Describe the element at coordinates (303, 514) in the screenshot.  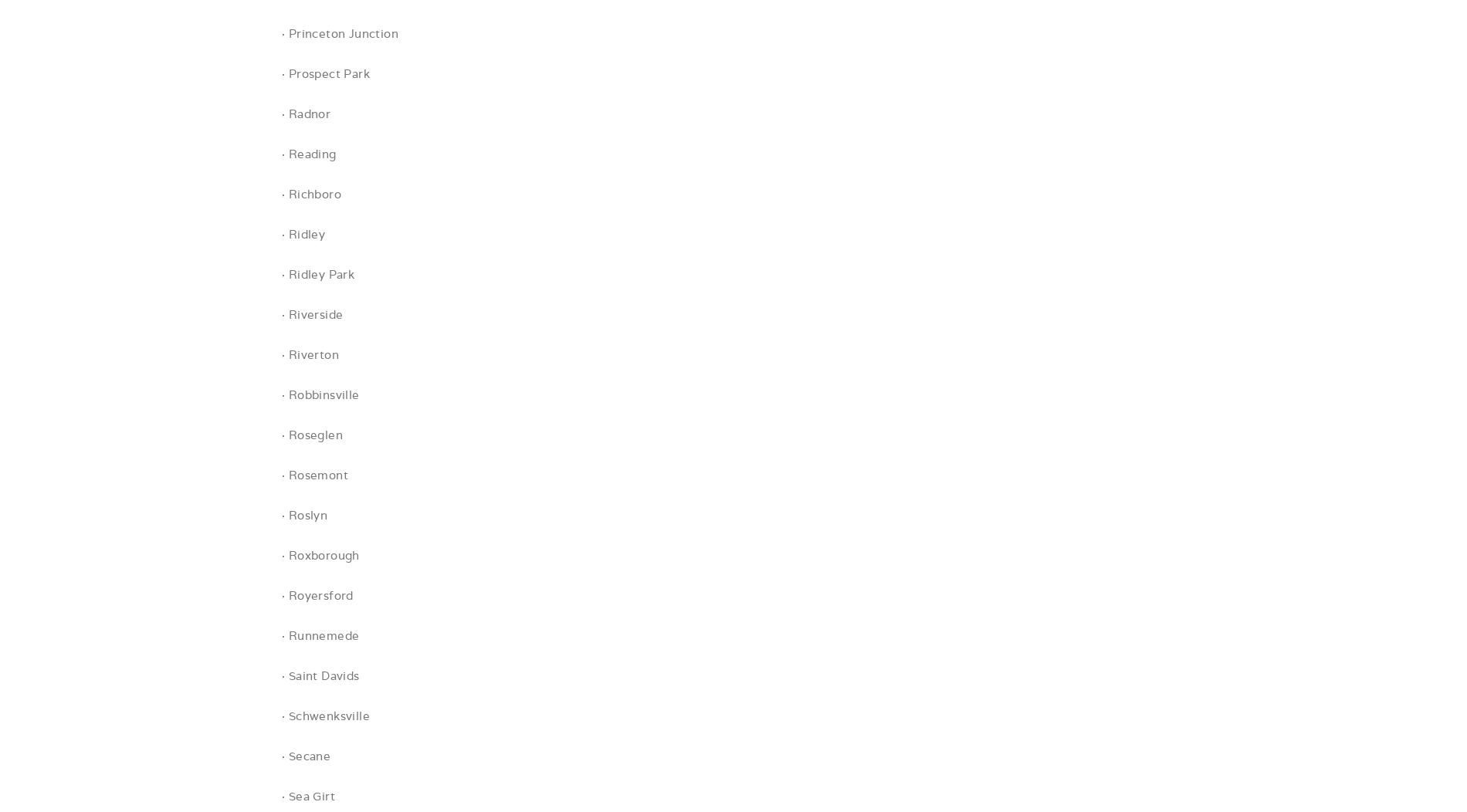
I see `'· Roslyn'` at that location.